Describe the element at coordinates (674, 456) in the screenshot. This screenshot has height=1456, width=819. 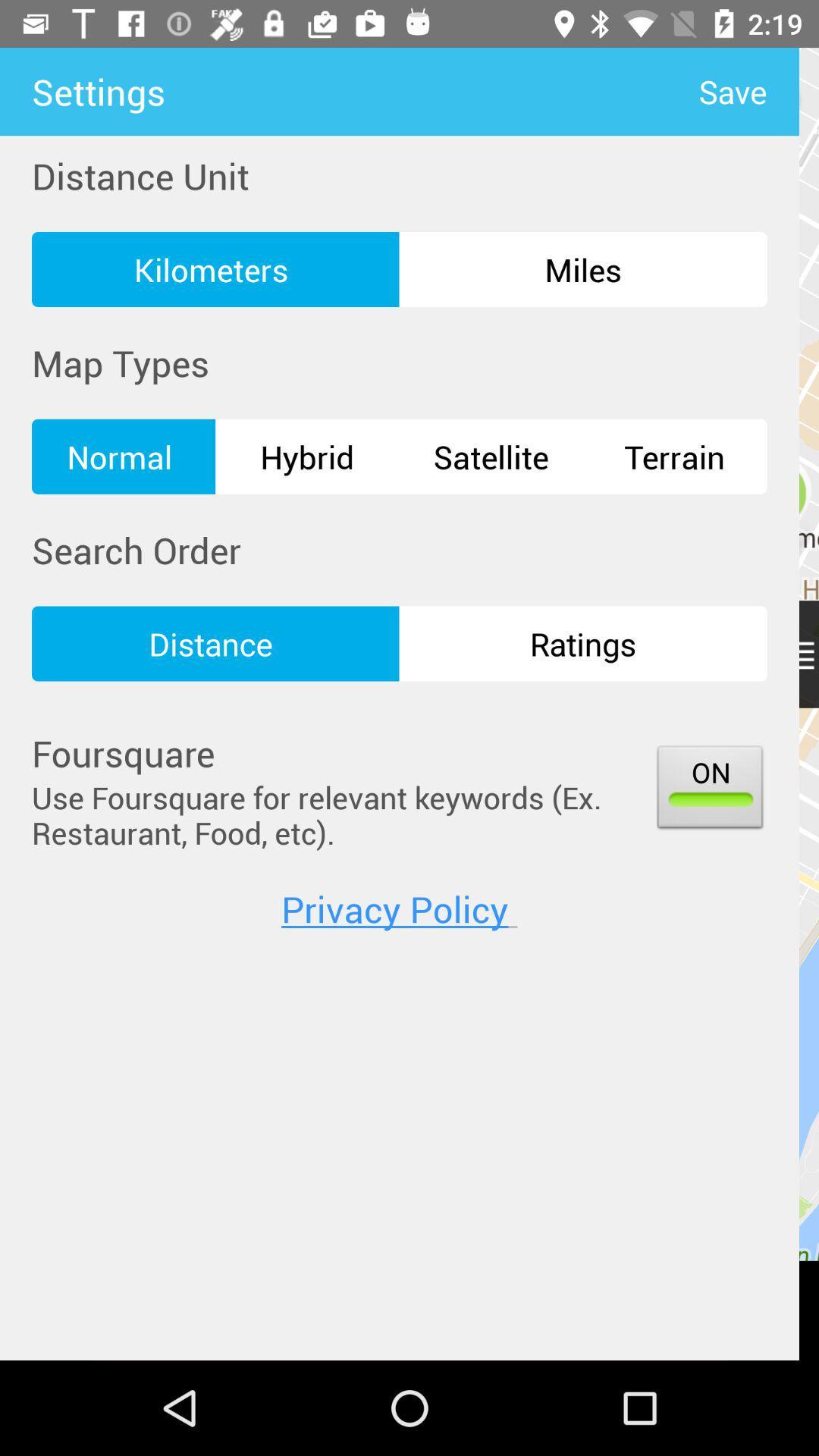
I see `item next to satellite item` at that location.